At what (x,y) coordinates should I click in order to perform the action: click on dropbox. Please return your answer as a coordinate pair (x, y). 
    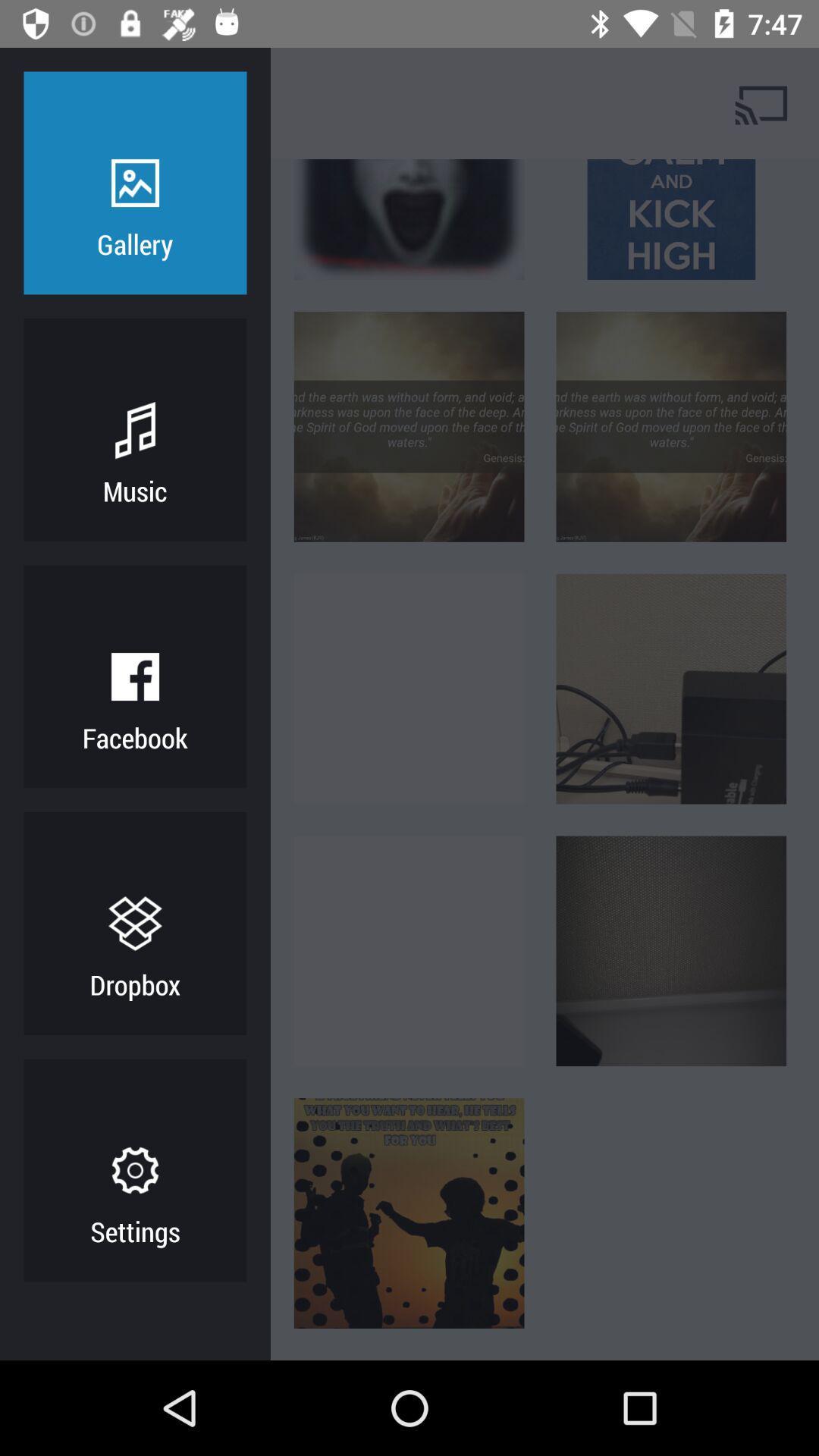
    Looking at the image, I should click on (134, 984).